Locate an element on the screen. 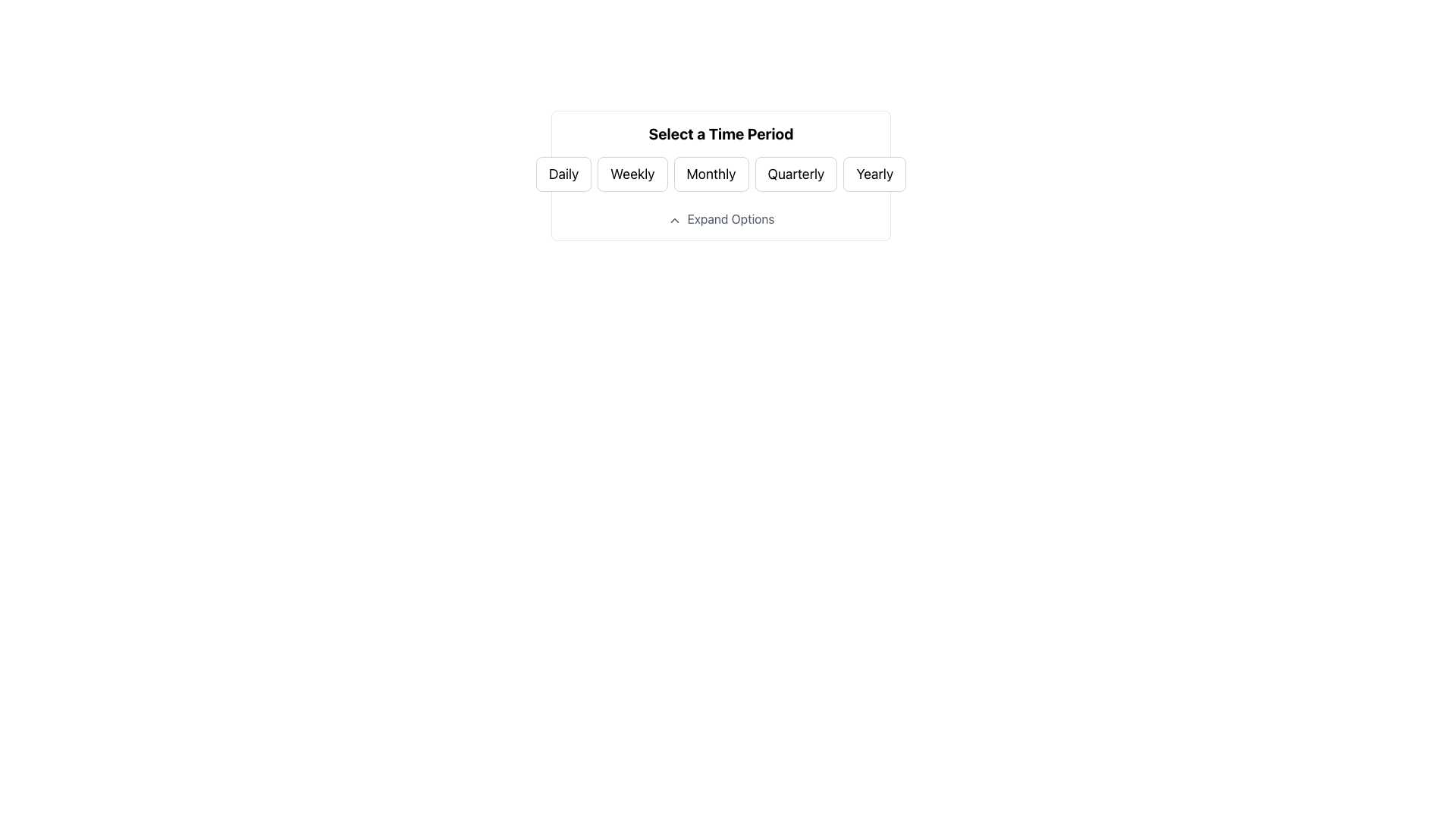 The width and height of the screenshot is (1456, 819). the 'Weekly' time period selection button, which is the second button in a horizontally aligned group of buttons below the 'Select a Time Period' heading is located at coordinates (632, 174).